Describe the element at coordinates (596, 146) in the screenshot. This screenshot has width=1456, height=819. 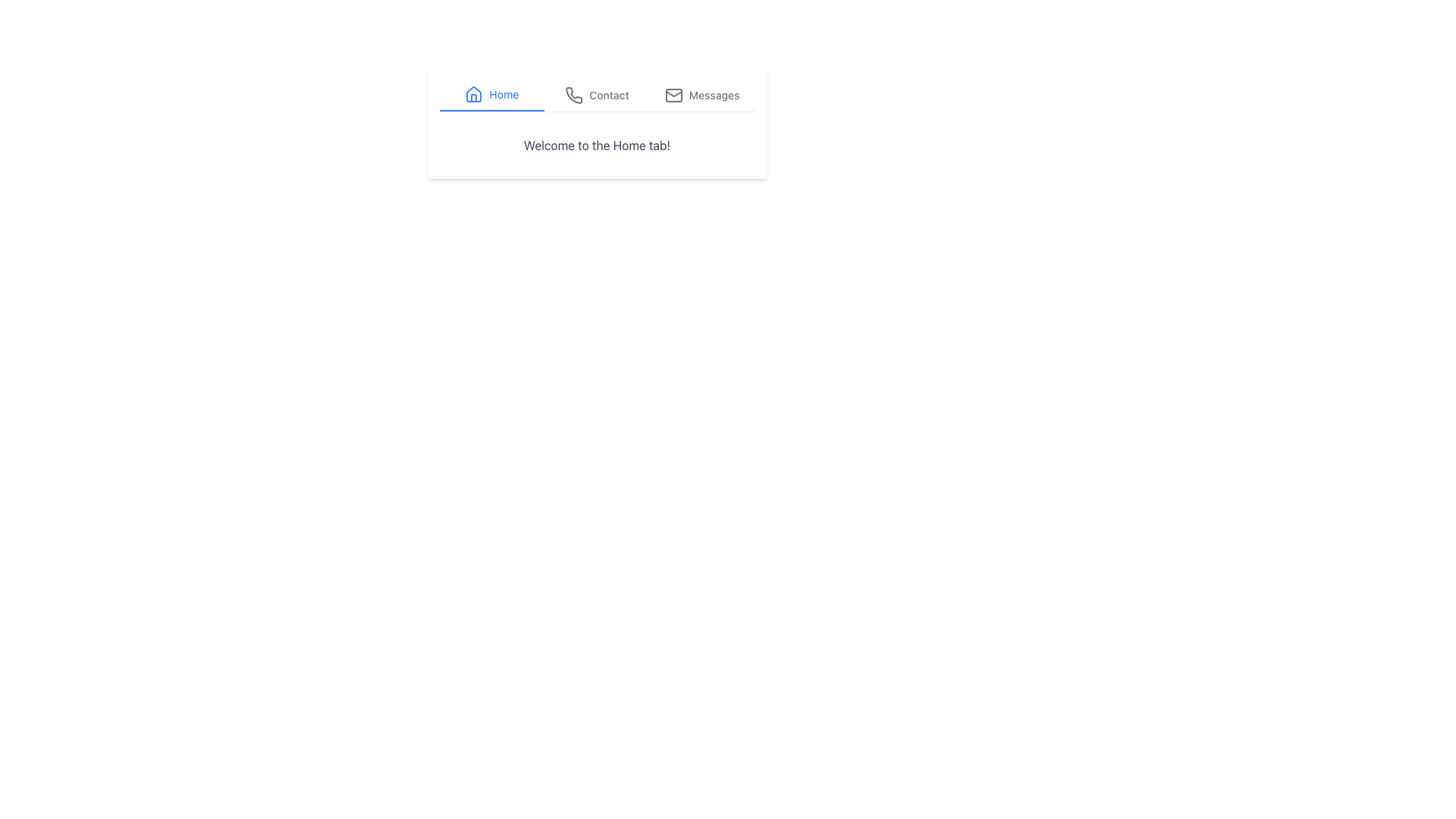
I see `greeting message displayed in the static text located under the navigation bar in the 'Home' tab` at that location.